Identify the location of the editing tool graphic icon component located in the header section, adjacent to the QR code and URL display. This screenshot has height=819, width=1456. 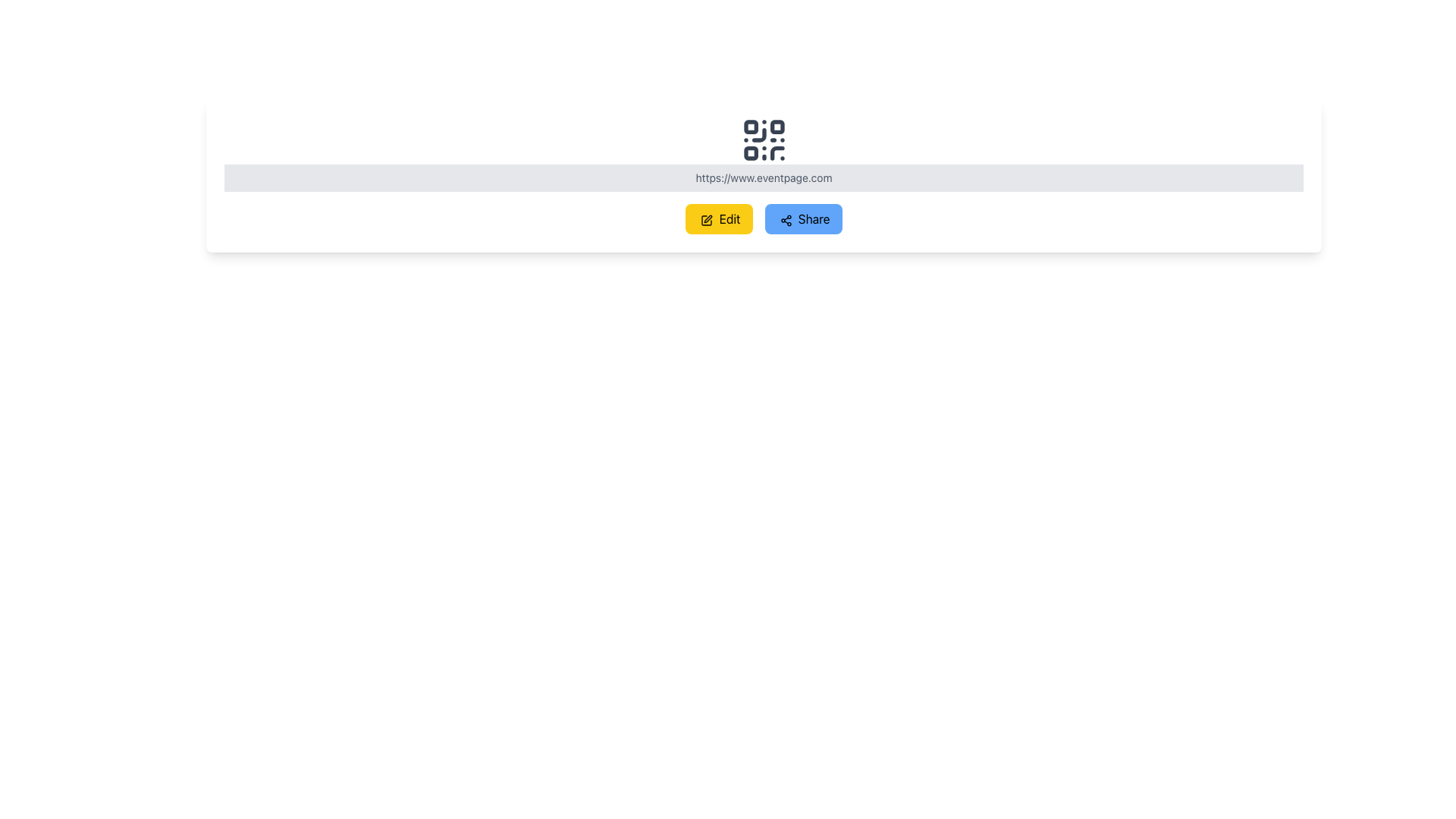
(706, 220).